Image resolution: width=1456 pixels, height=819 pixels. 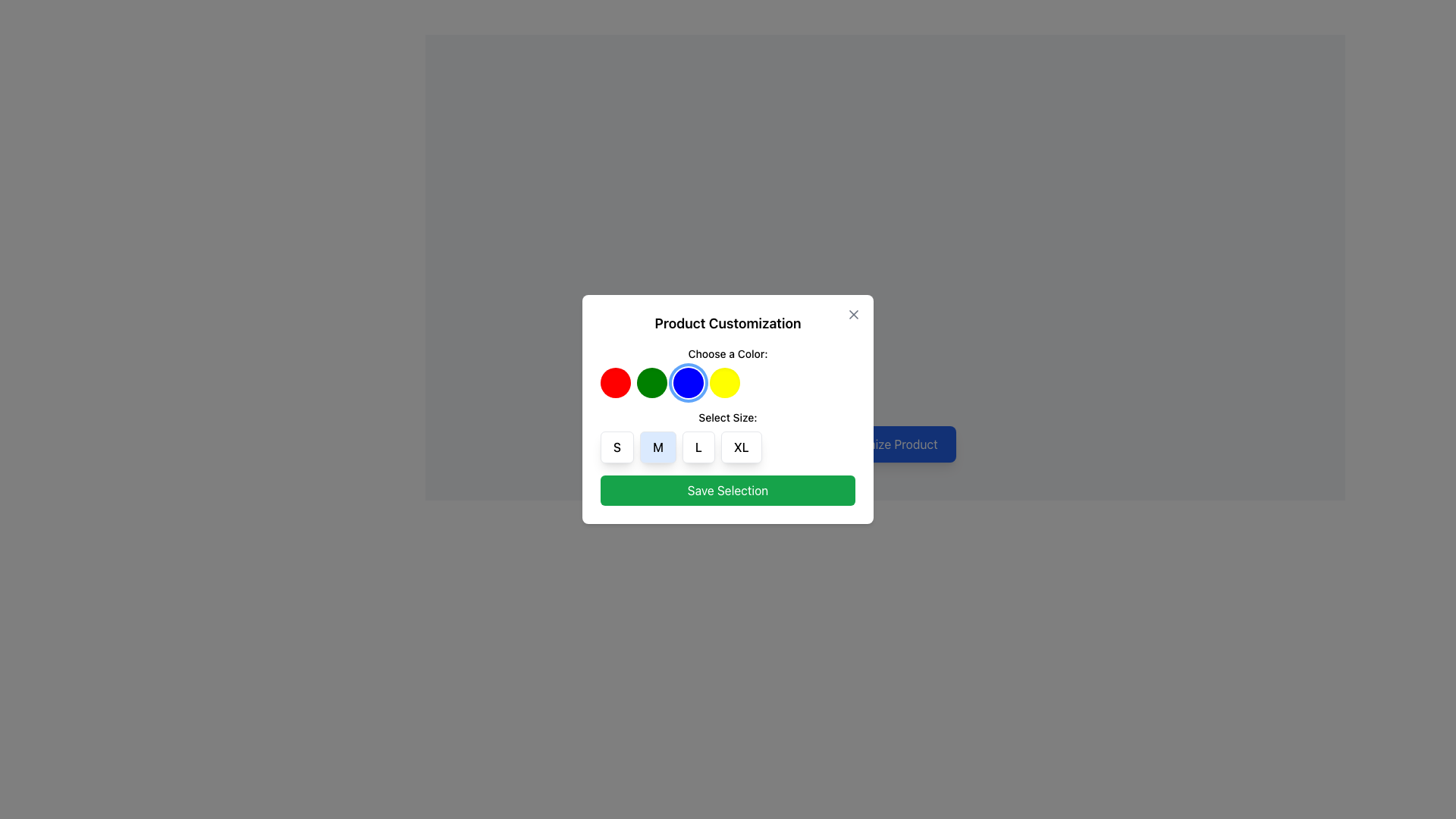 What do you see at coordinates (885, 444) in the screenshot?
I see `the button located at the bottom-right corner of the product customization interface` at bounding box center [885, 444].